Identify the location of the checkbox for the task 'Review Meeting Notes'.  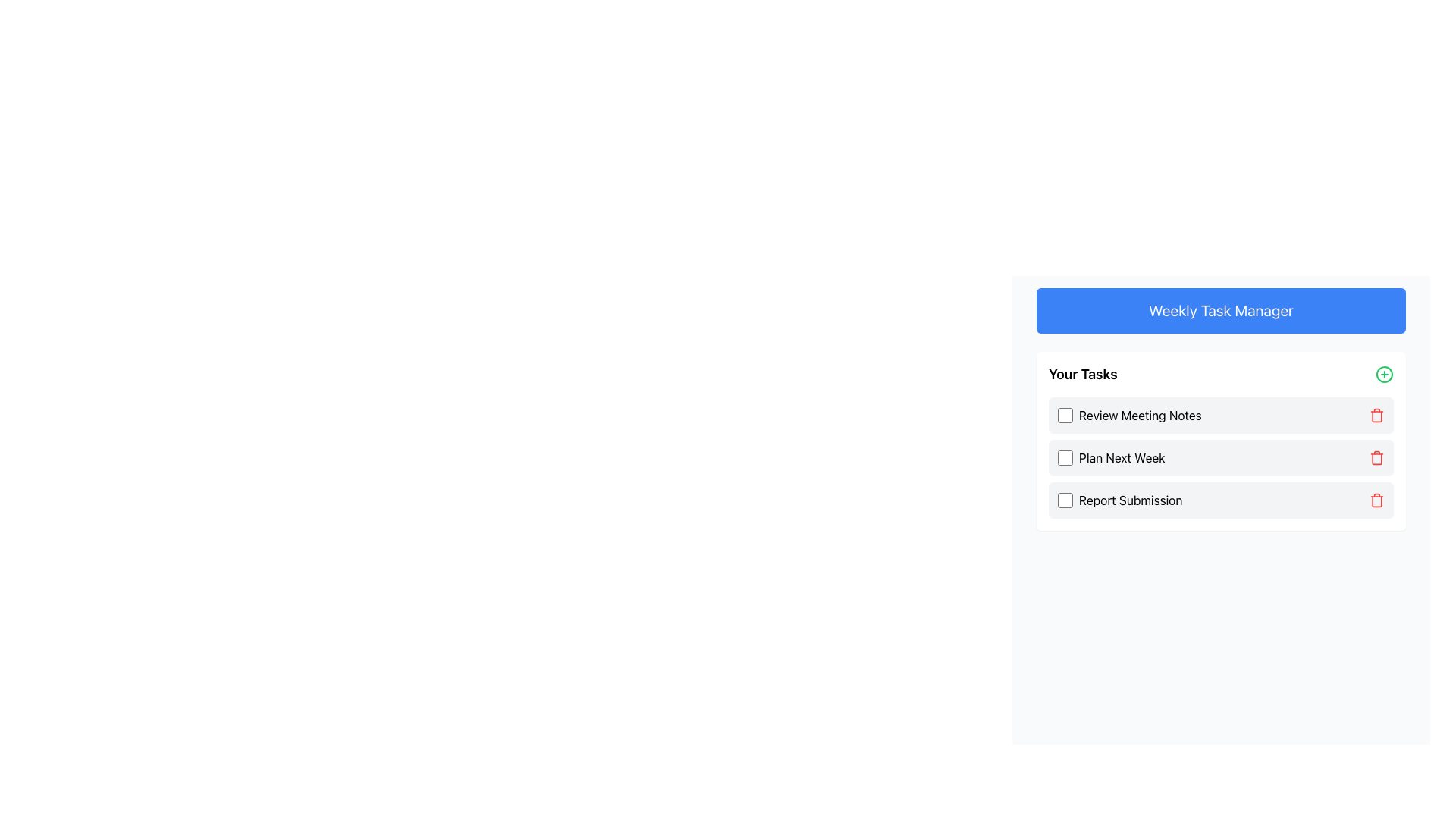
(1065, 415).